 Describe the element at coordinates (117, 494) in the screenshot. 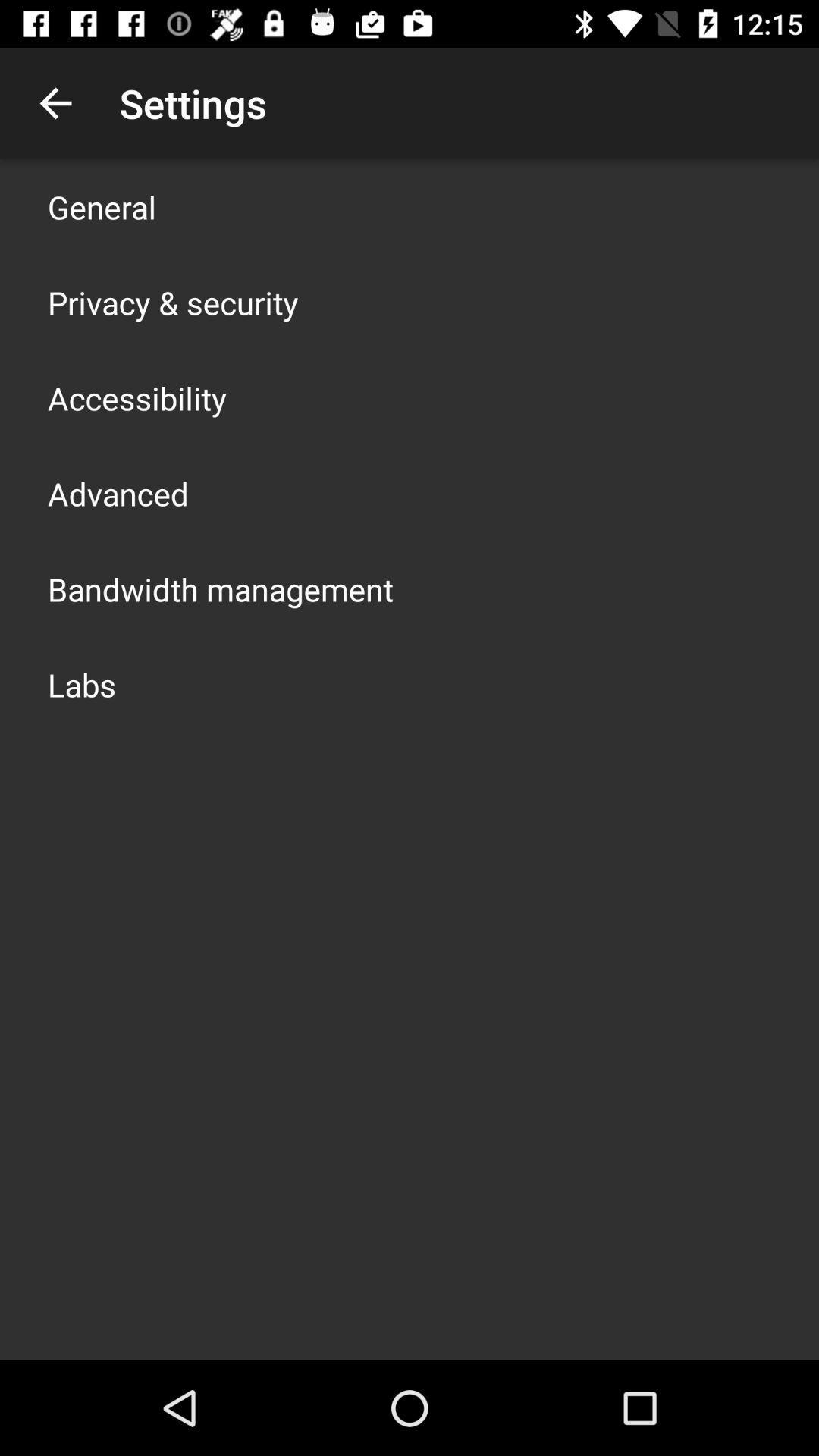

I see `the item below accessibility icon` at that location.